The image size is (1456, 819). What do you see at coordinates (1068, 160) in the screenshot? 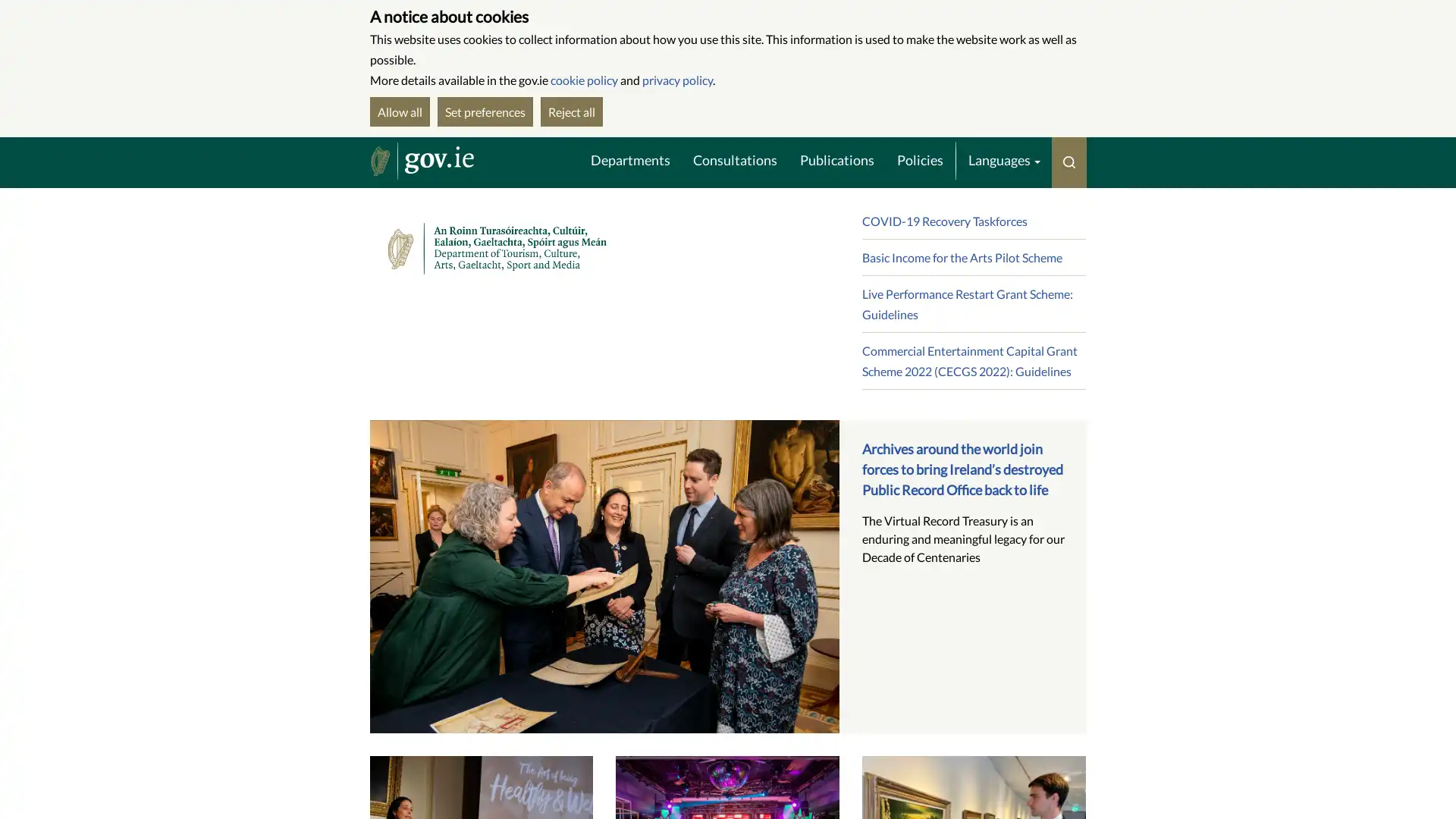
I see `Toggle search menu` at bounding box center [1068, 160].